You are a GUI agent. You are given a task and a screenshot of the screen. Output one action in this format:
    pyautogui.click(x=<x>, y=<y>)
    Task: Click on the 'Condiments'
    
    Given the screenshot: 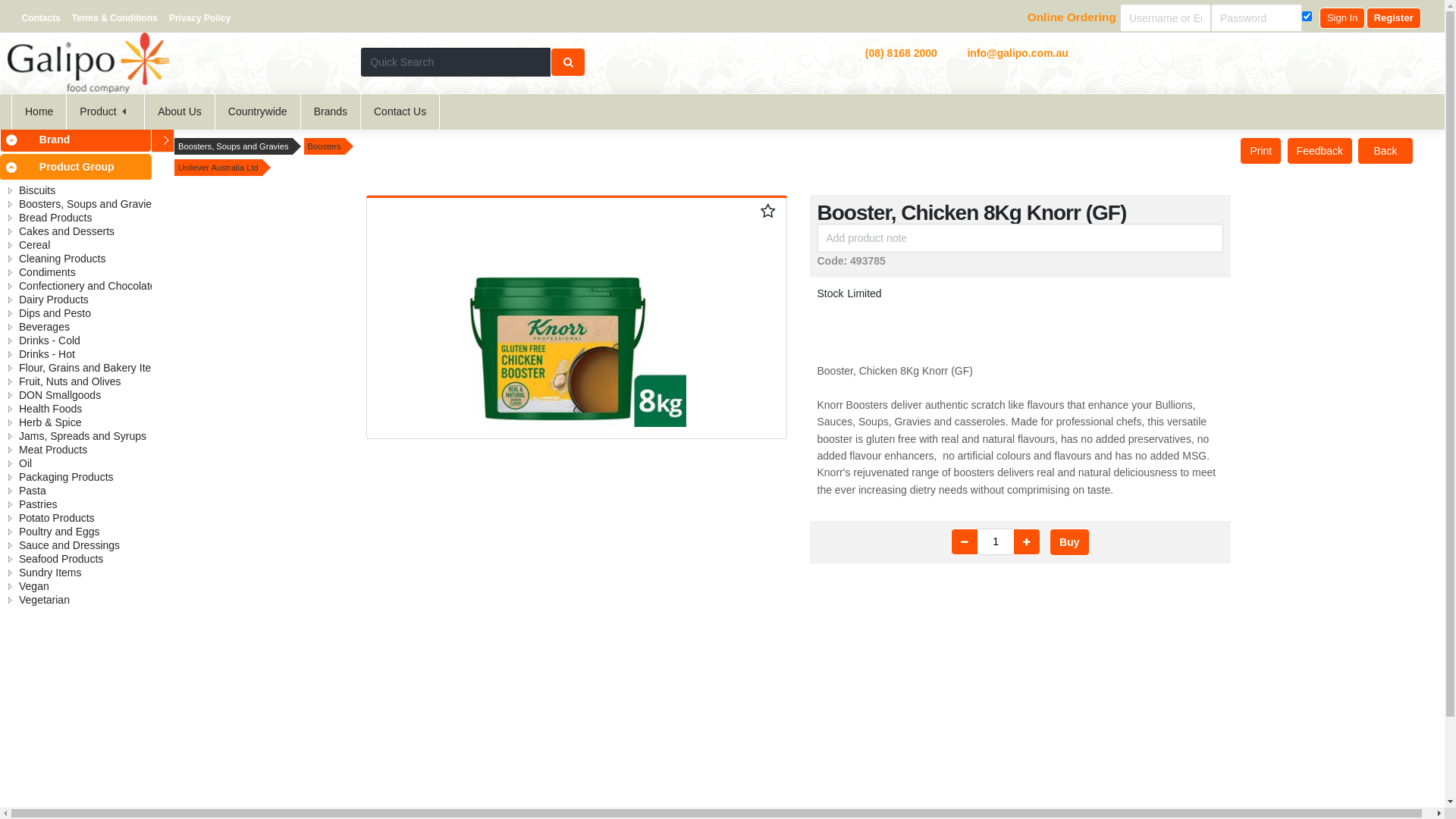 What is the action you would take?
    pyautogui.click(x=17, y=271)
    